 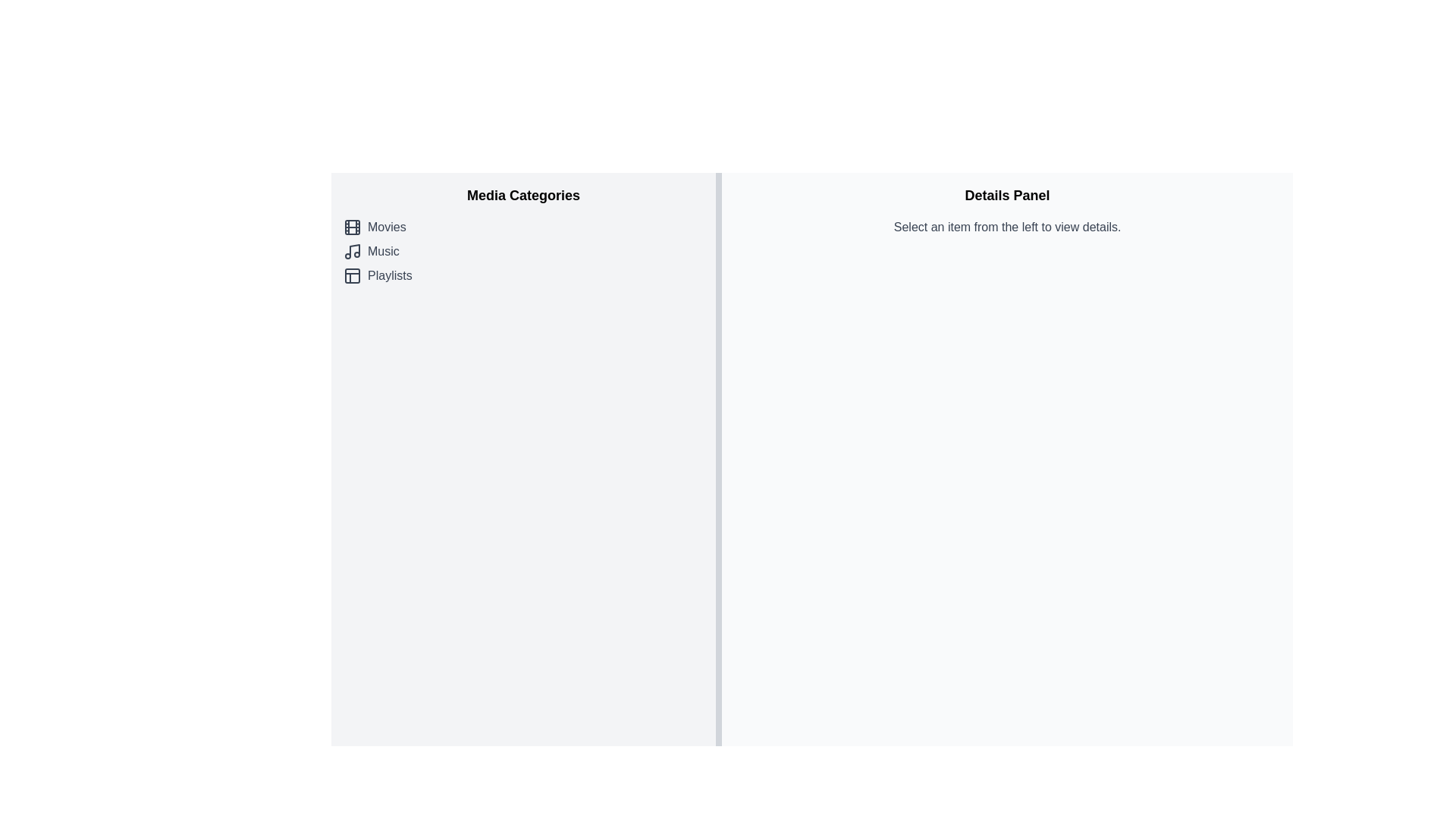 I want to click on the 'Music' category icon located in the left-hand media navigation panel, so click(x=352, y=250).